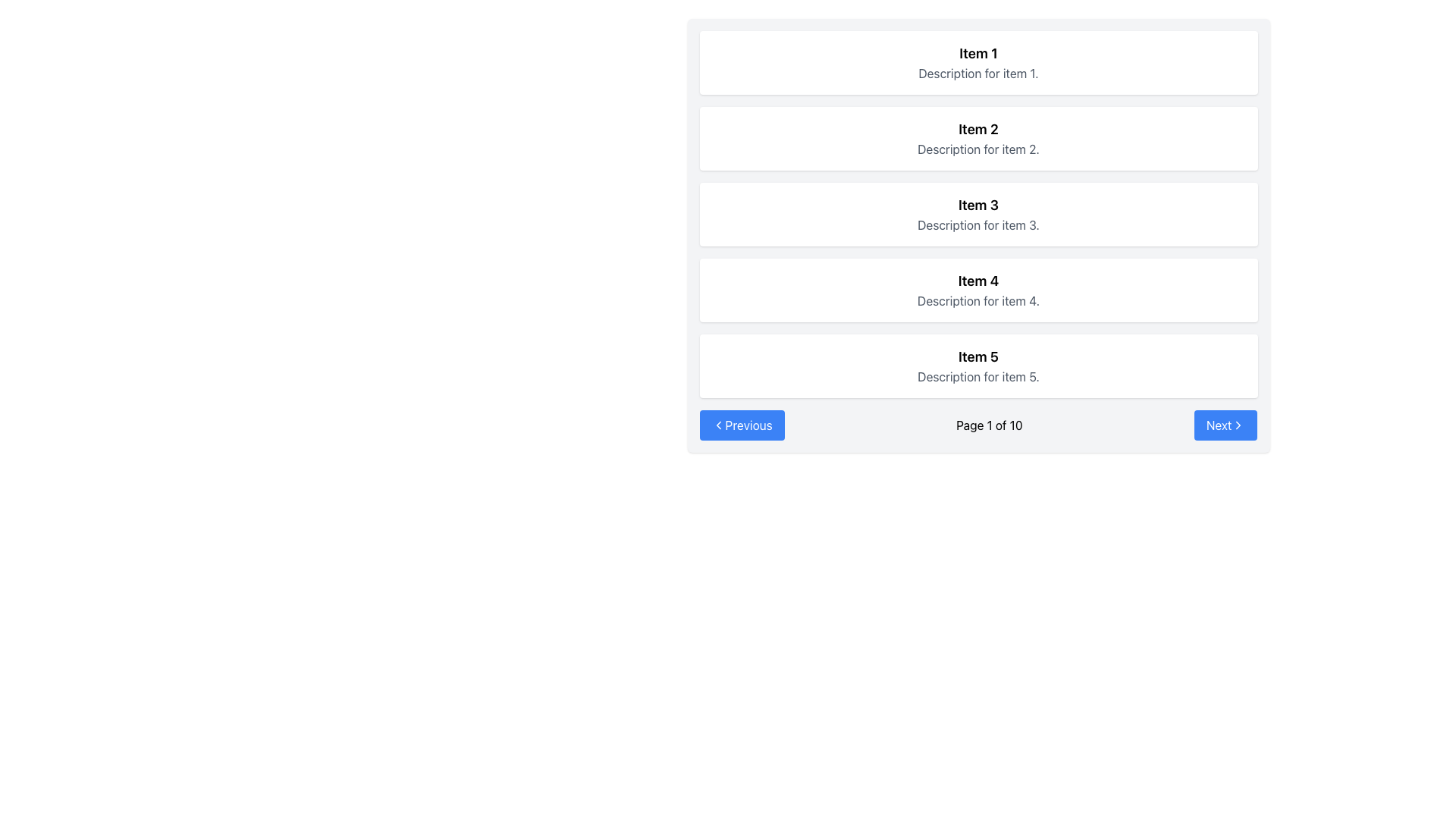 This screenshot has width=1456, height=819. What do you see at coordinates (978, 356) in the screenshot?
I see `the title text label located at the top of the fifth card in a vertically stacked list of cards, which serves as the header for the card's content` at bounding box center [978, 356].